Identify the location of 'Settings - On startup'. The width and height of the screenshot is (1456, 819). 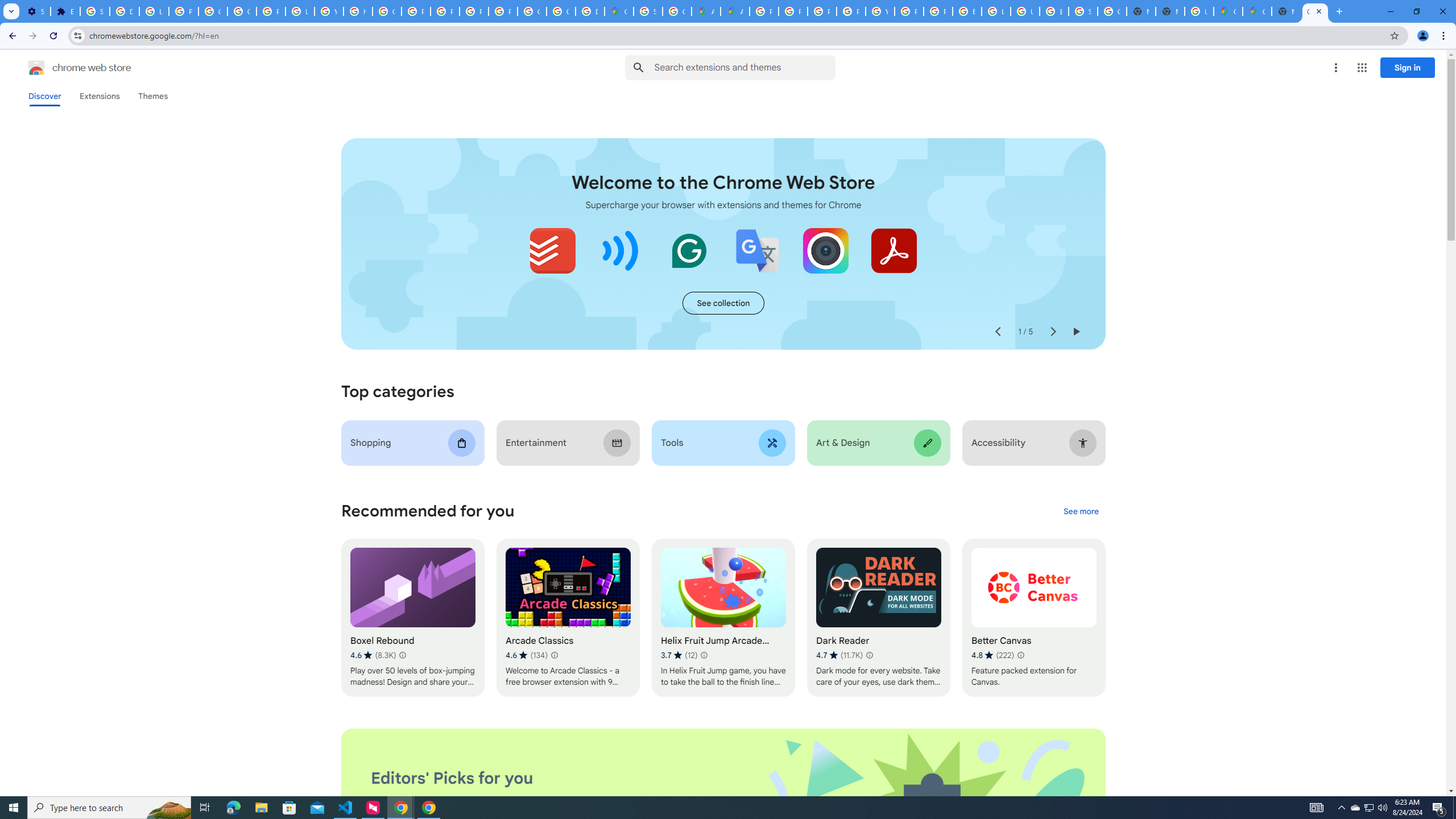
(35, 11).